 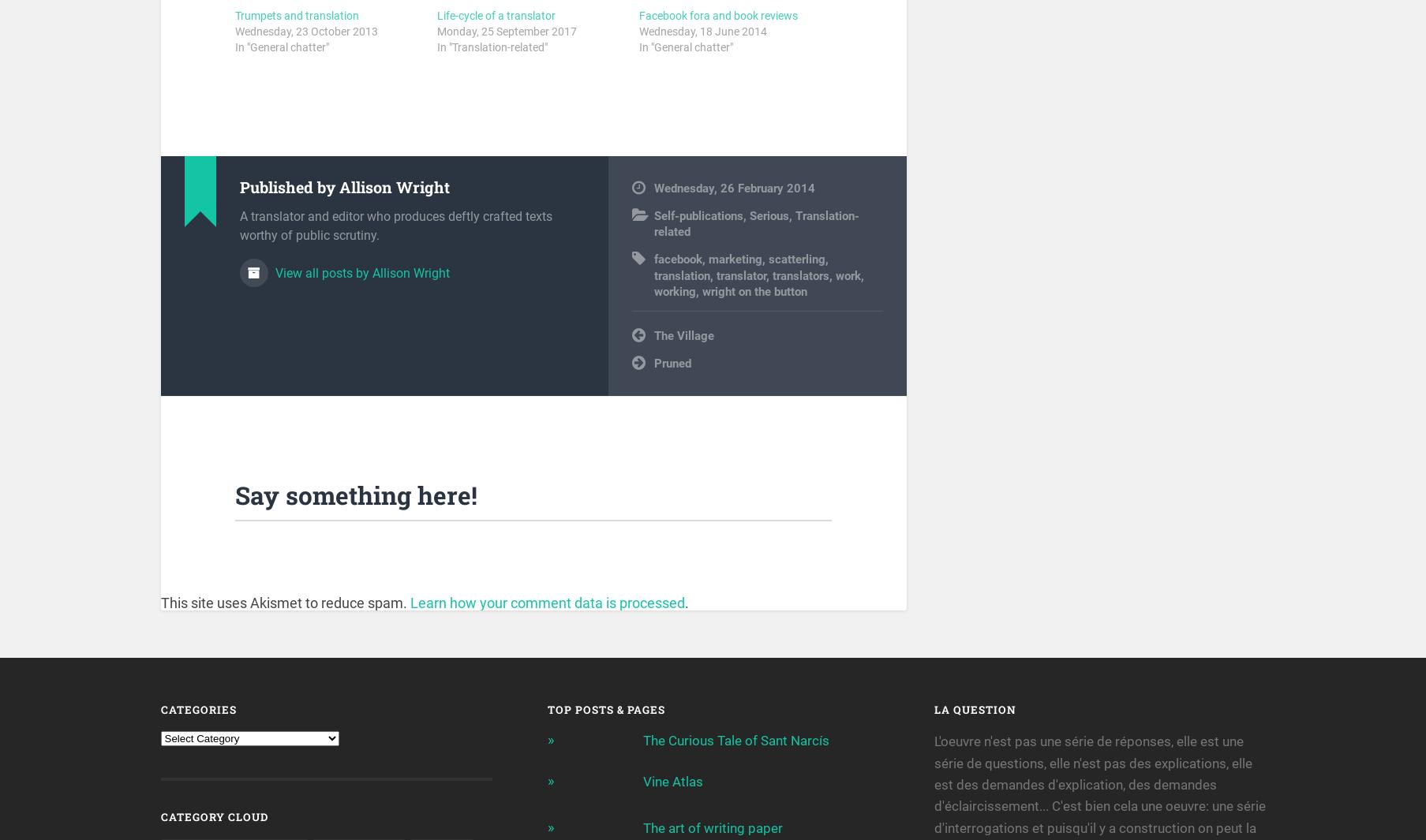 I want to click on 'translator', so click(x=739, y=278).